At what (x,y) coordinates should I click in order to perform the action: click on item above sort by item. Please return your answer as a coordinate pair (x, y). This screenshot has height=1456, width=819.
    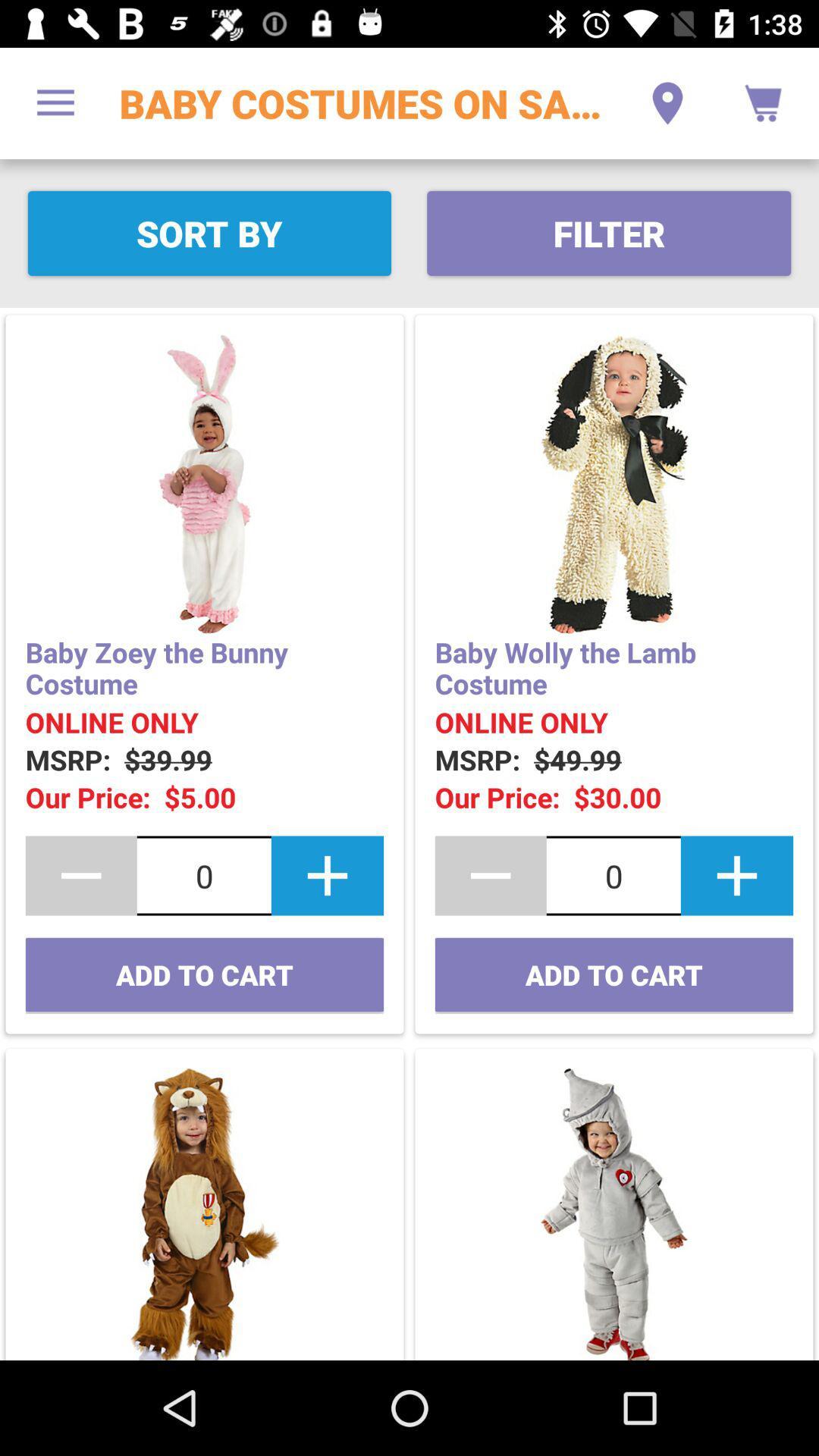
    Looking at the image, I should click on (55, 102).